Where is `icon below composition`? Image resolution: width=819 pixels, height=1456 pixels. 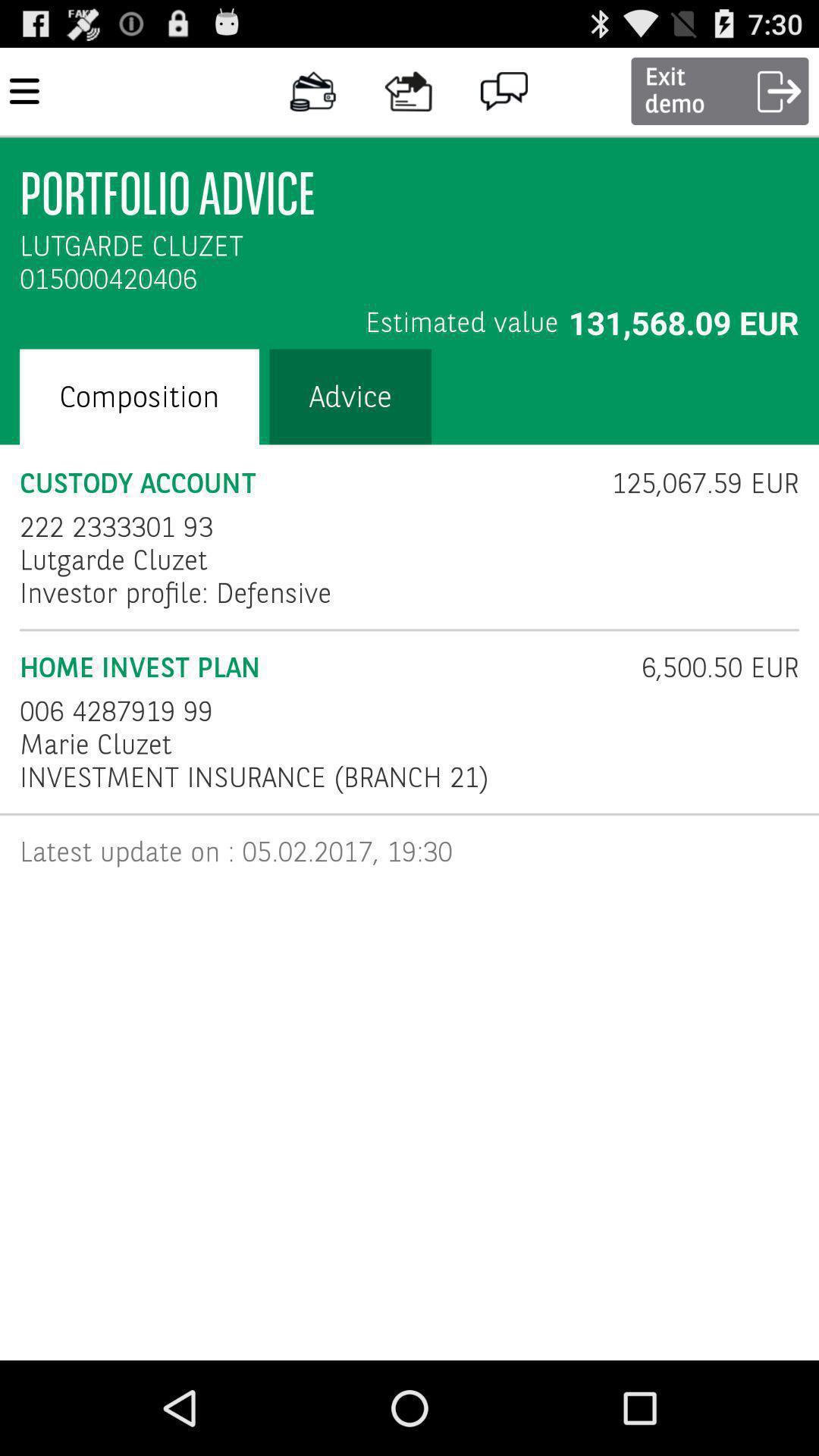
icon below composition is located at coordinates (306, 482).